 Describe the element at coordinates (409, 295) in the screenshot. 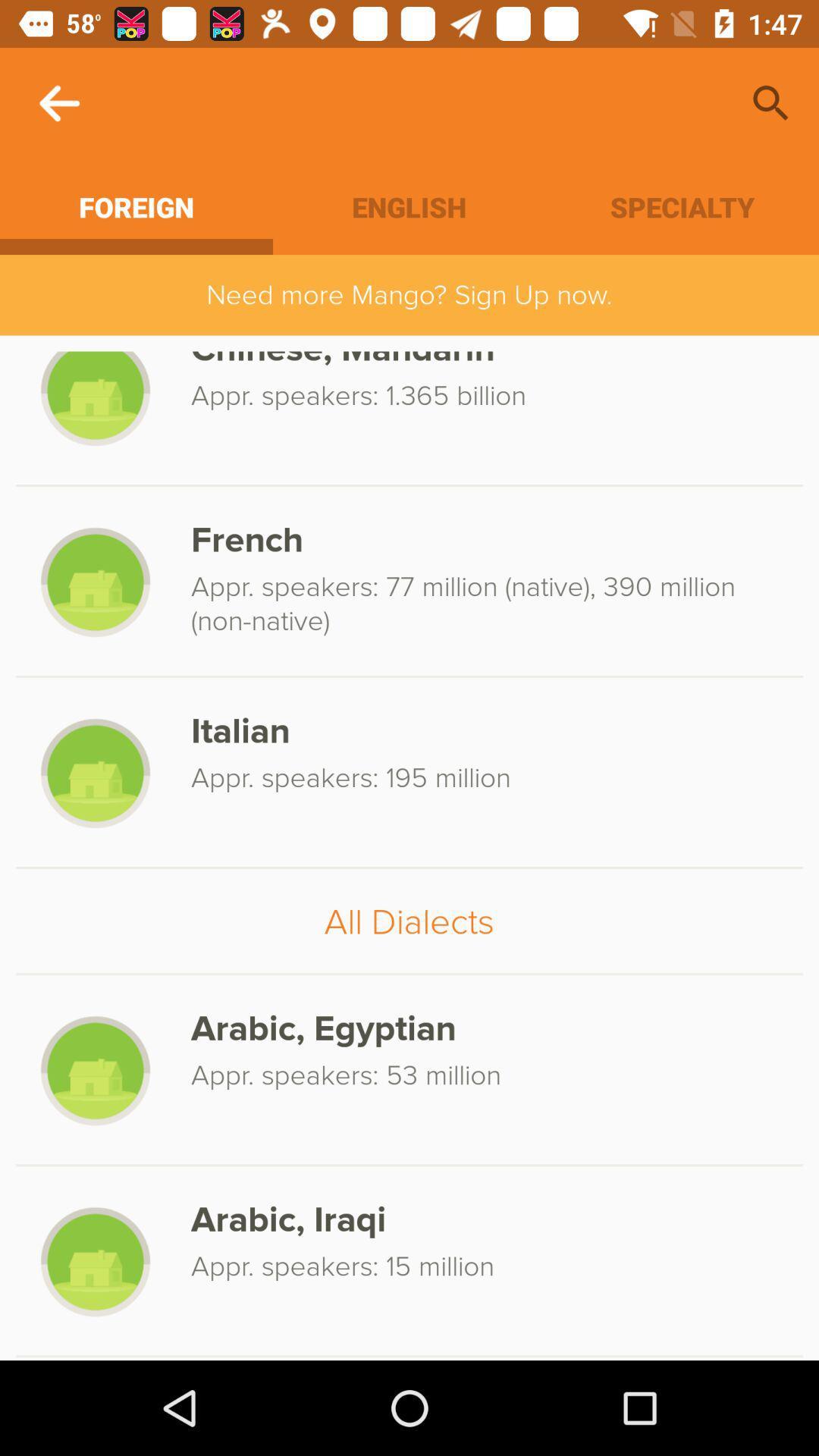

I see `item below foreign icon` at that location.